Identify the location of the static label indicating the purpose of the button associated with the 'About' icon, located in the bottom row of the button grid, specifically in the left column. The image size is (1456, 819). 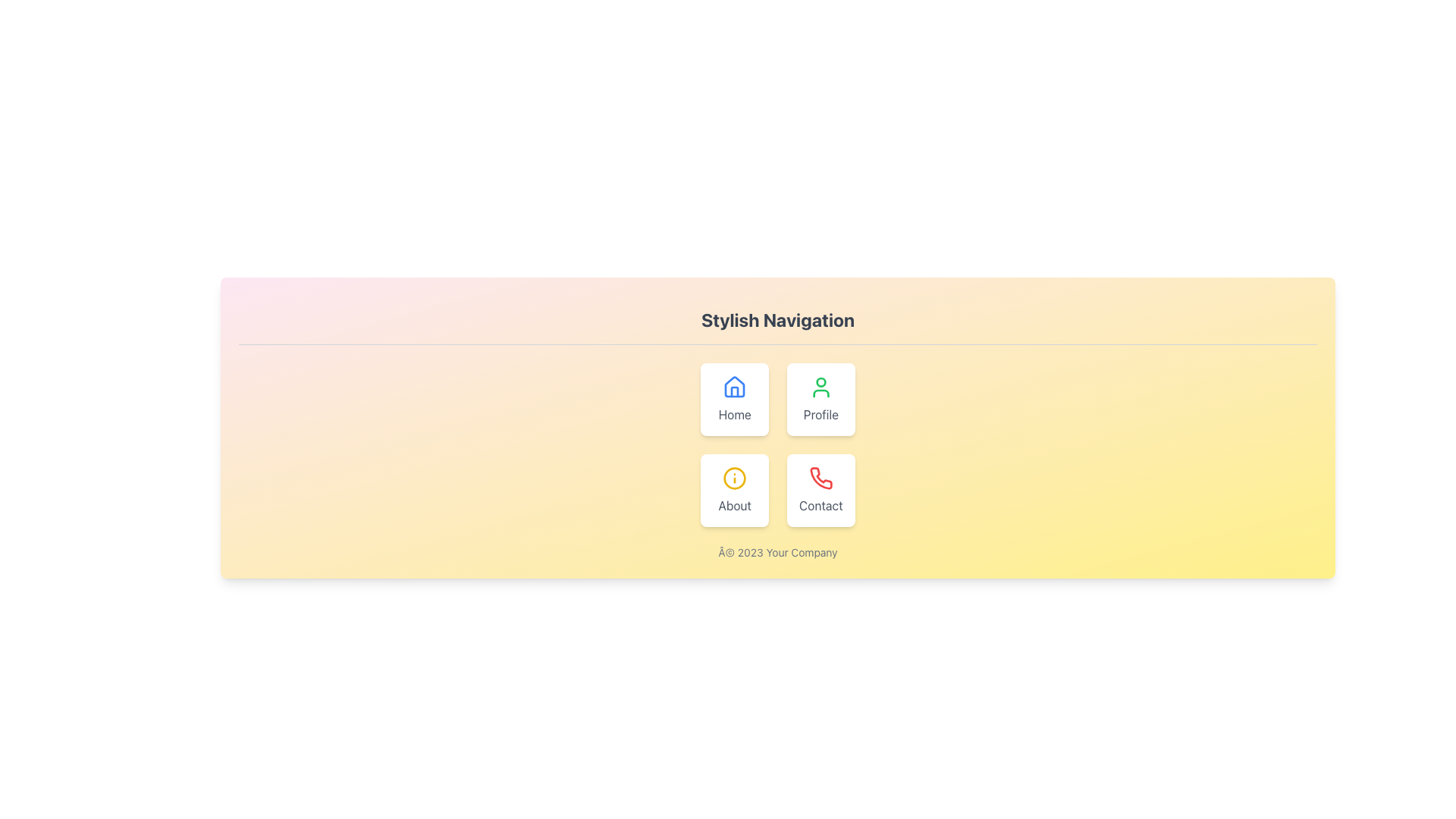
(735, 506).